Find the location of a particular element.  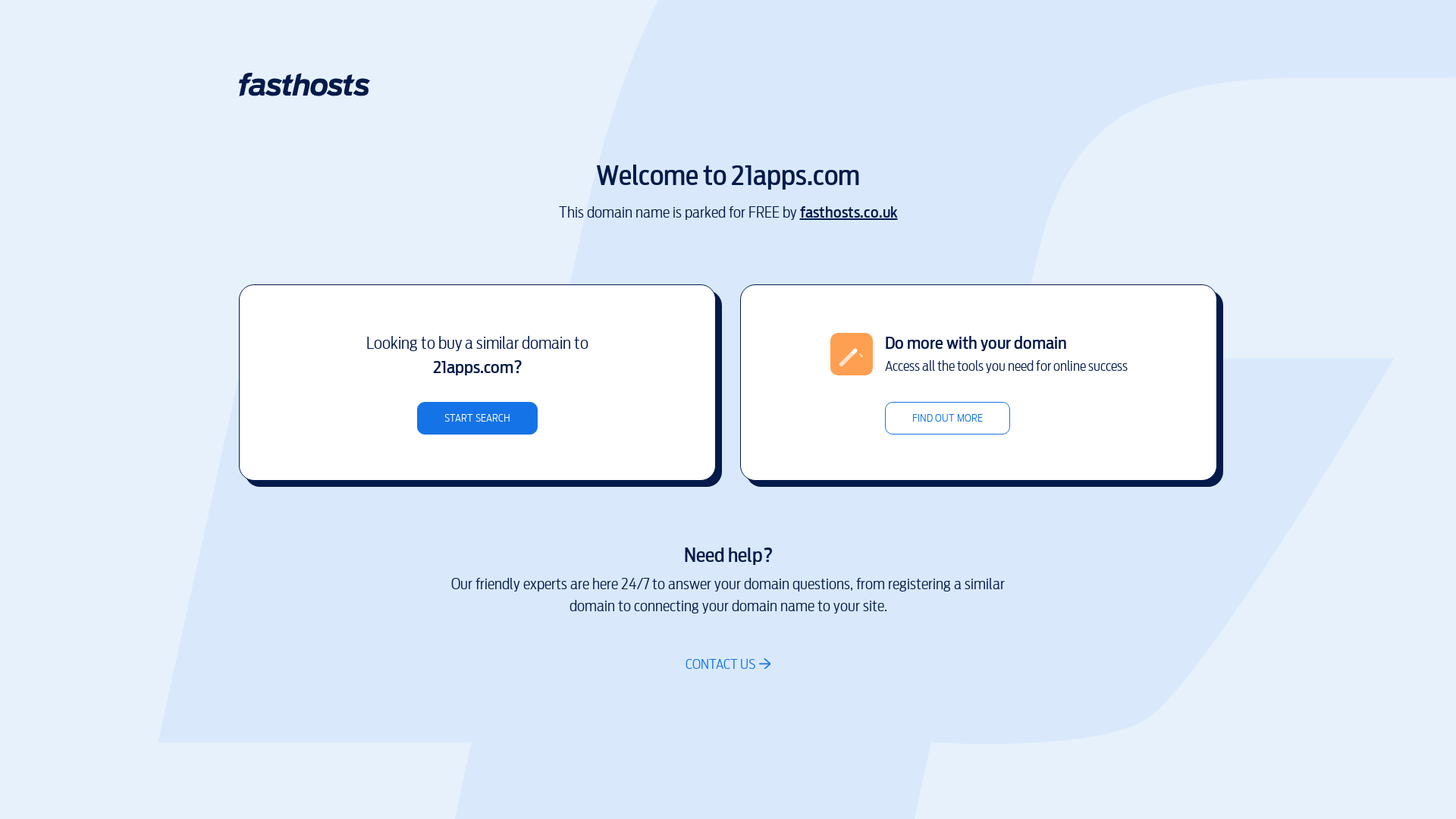

'START SEARCH' is located at coordinates (476, 418).